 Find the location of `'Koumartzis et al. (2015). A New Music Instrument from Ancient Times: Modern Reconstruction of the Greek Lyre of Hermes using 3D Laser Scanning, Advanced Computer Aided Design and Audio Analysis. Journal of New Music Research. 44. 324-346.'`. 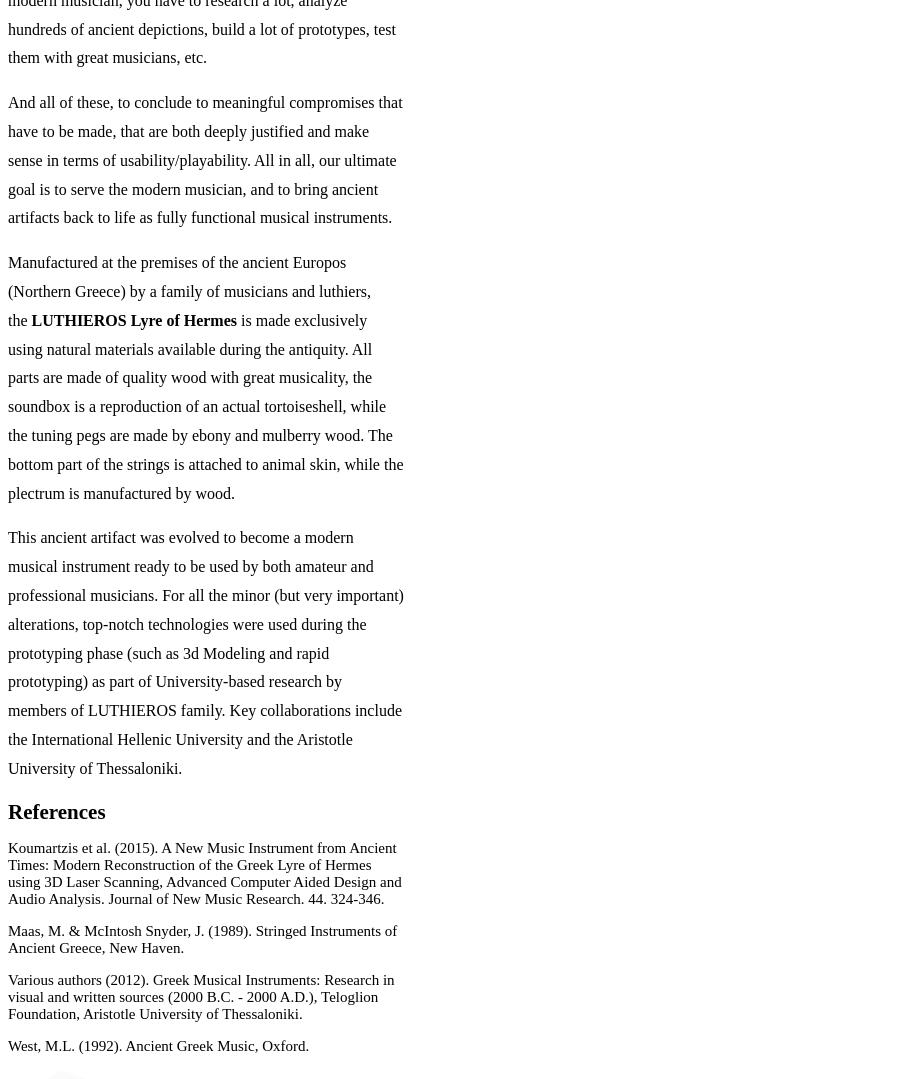

'Koumartzis et al. (2015). A New Music Instrument from Ancient Times: Modern Reconstruction of the Greek Lyre of Hermes using 3D Laser Scanning, Advanced Computer Aided Design and Audio Analysis. Journal of New Music Research. 44. 324-346.' is located at coordinates (204, 872).